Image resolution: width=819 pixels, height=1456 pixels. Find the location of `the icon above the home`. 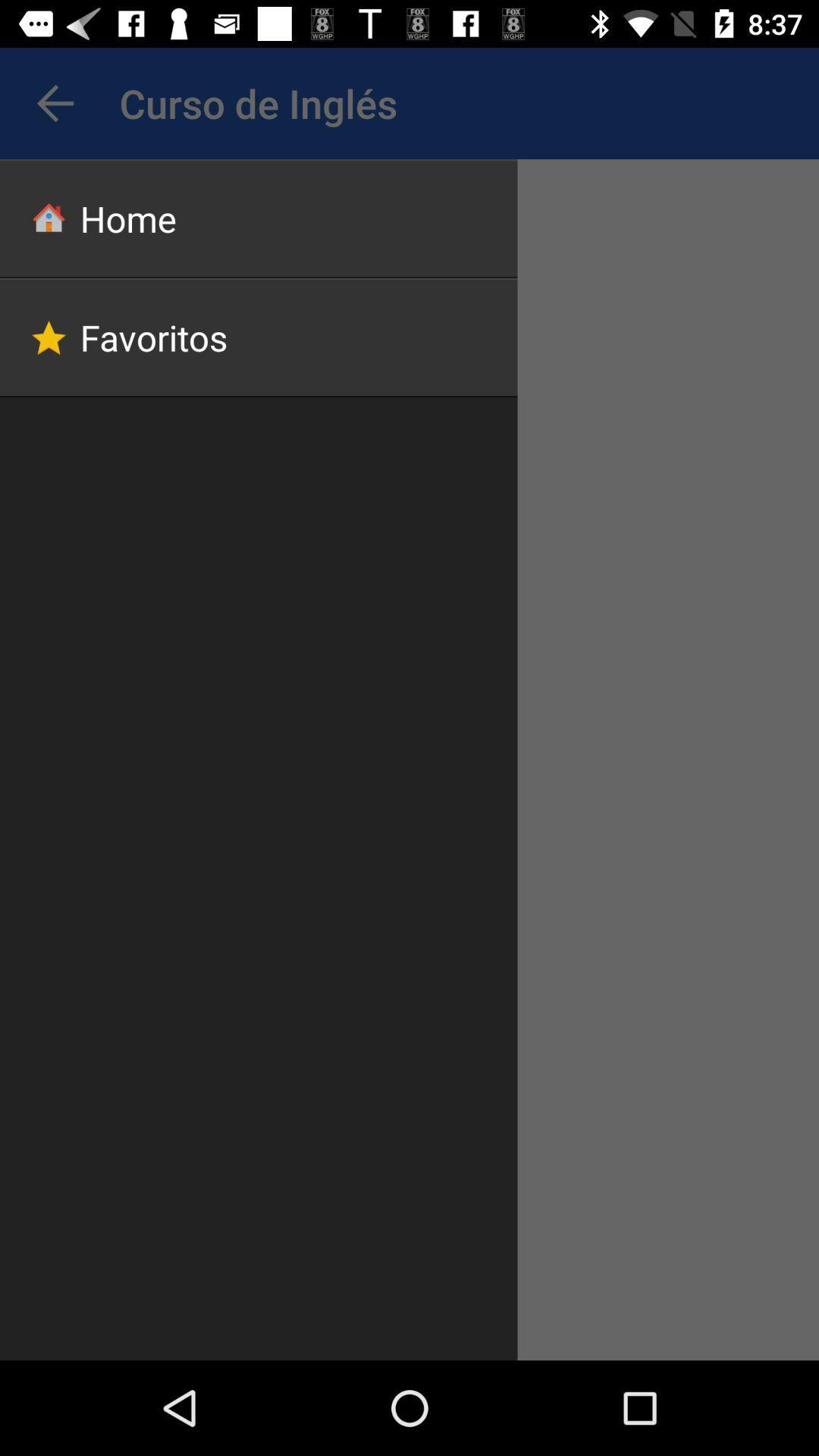

the icon above the home is located at coordinates (55, 102).